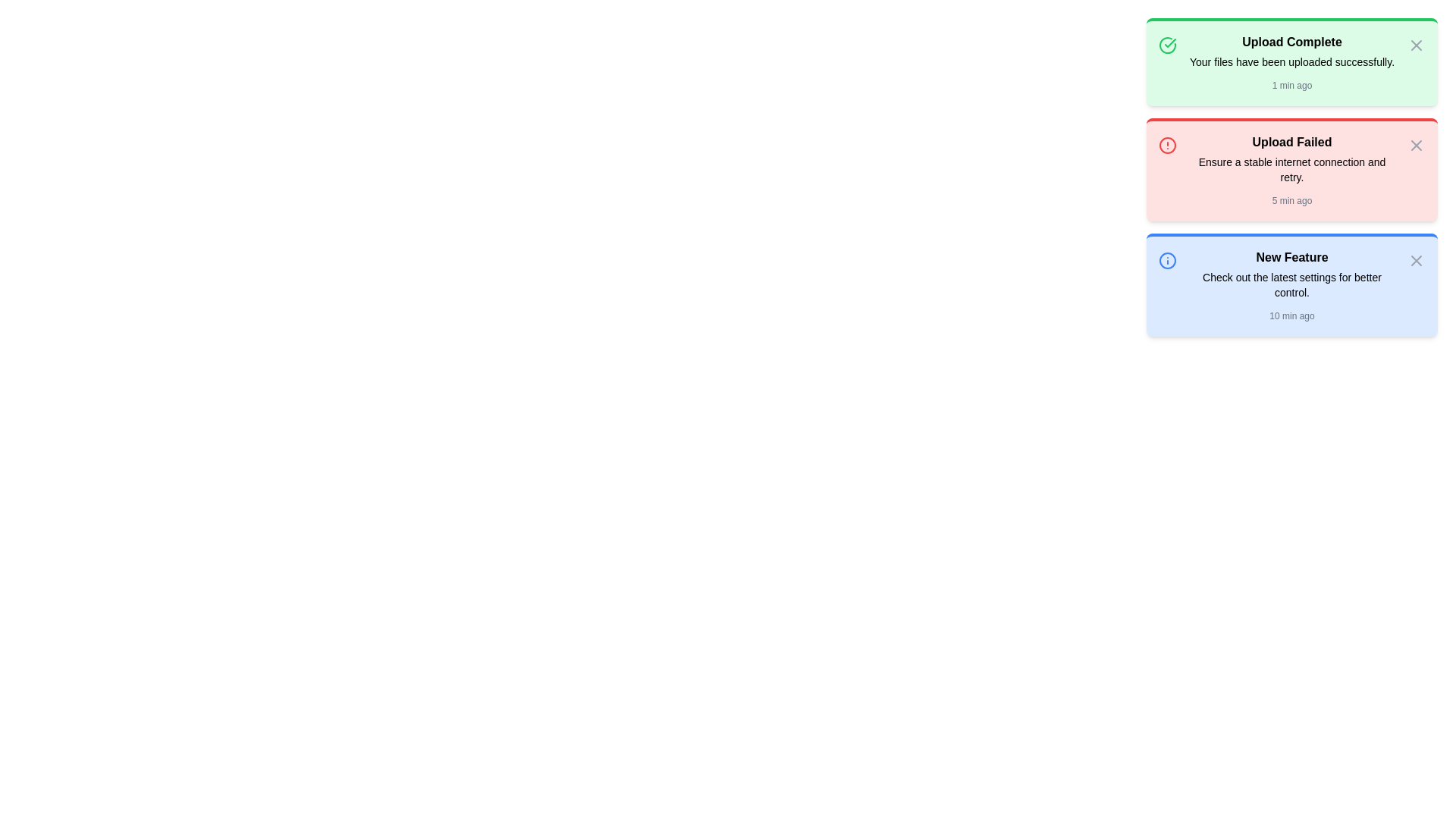 The height and width of the screenshot is (819, 1456). I want to click on the close button represented by an X-shaped icon in the top-right corner of the 'Upload Complete' notification bar, so click(1415, 45).